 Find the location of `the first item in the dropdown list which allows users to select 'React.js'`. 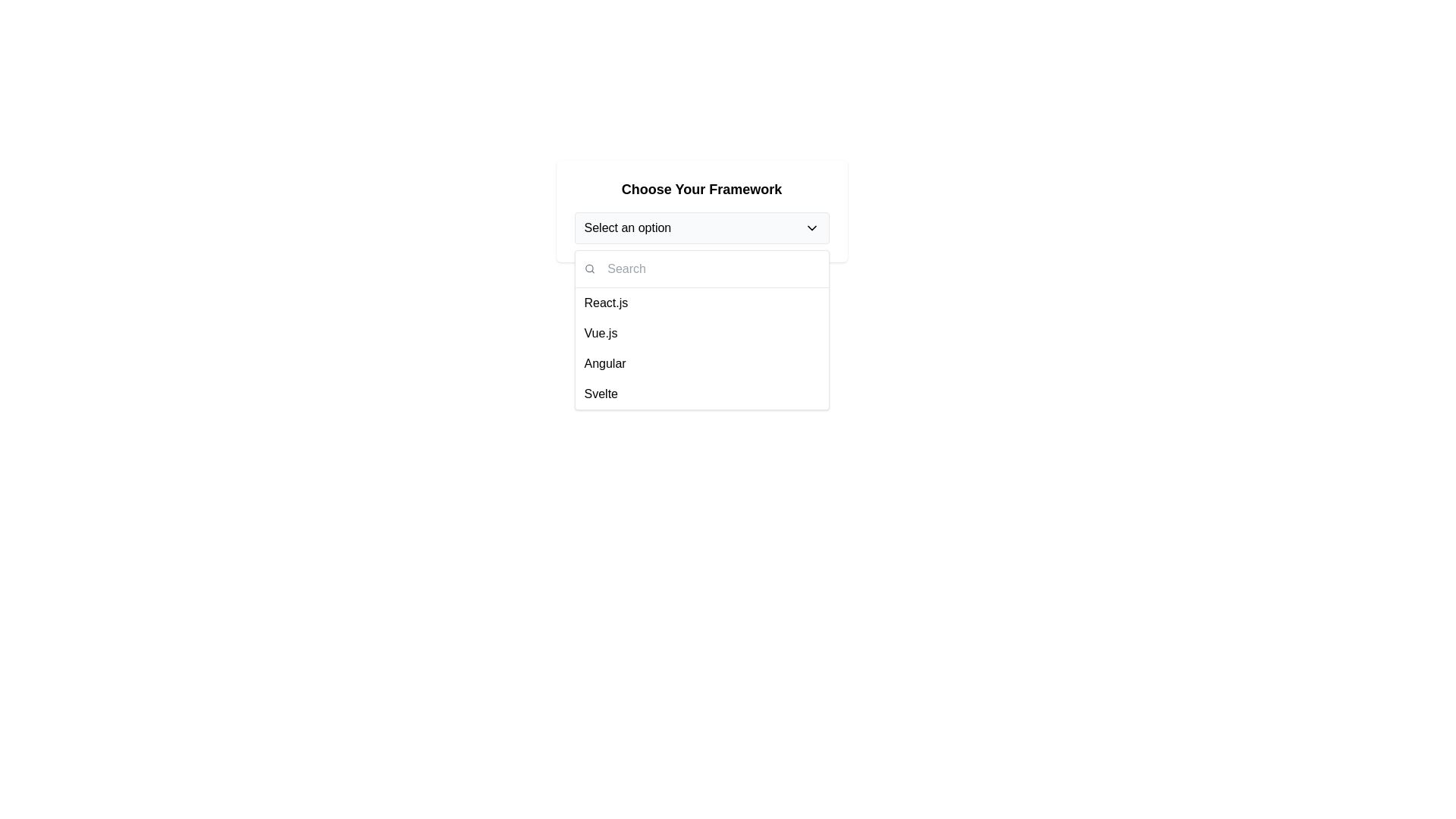

the first item in the dropdown list which allows users to select 'React.js' is located at coordinates (701, 303).